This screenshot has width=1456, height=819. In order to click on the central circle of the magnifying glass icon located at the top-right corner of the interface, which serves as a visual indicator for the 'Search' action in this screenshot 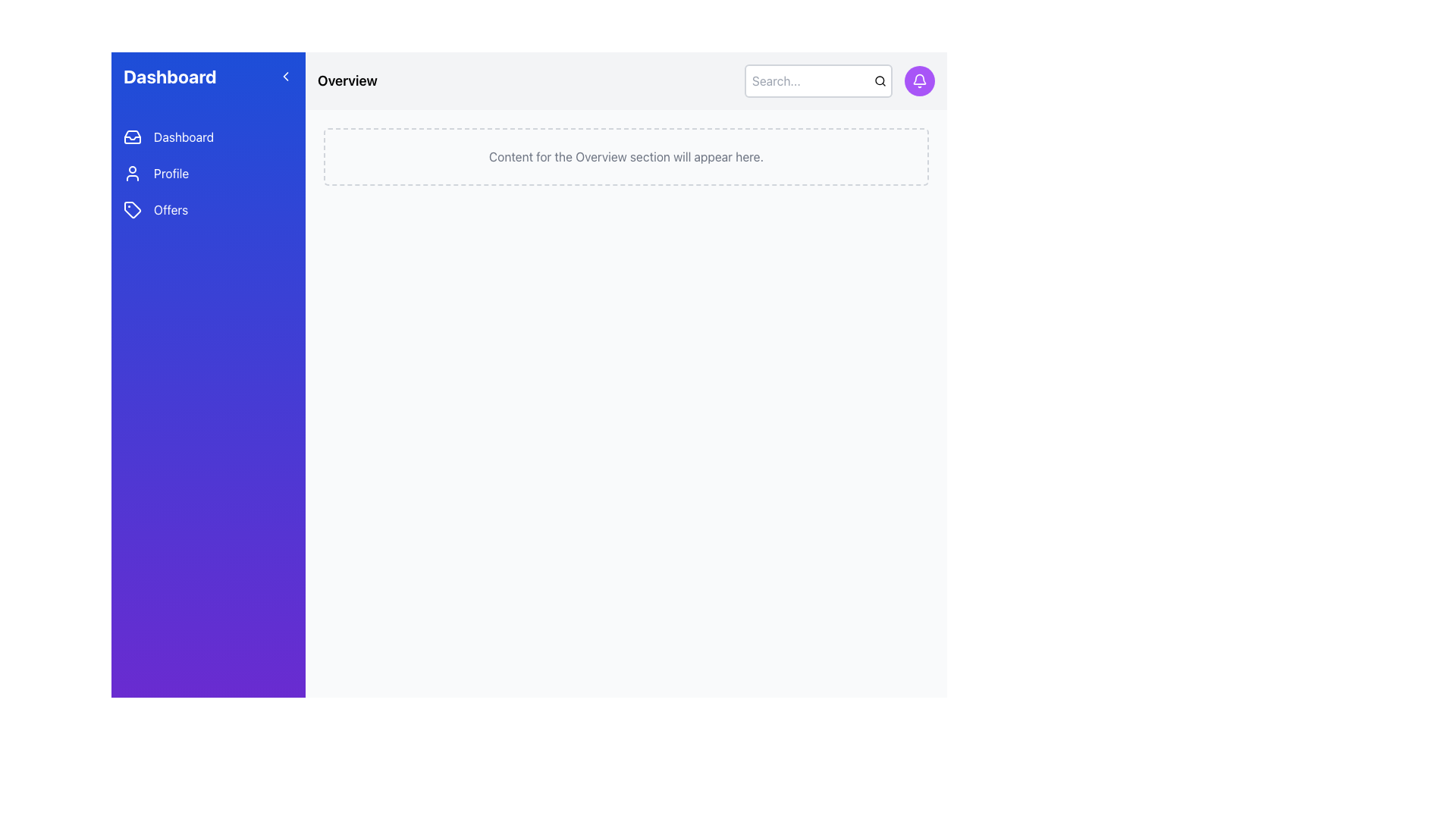, I will do `click(880, 80)`.